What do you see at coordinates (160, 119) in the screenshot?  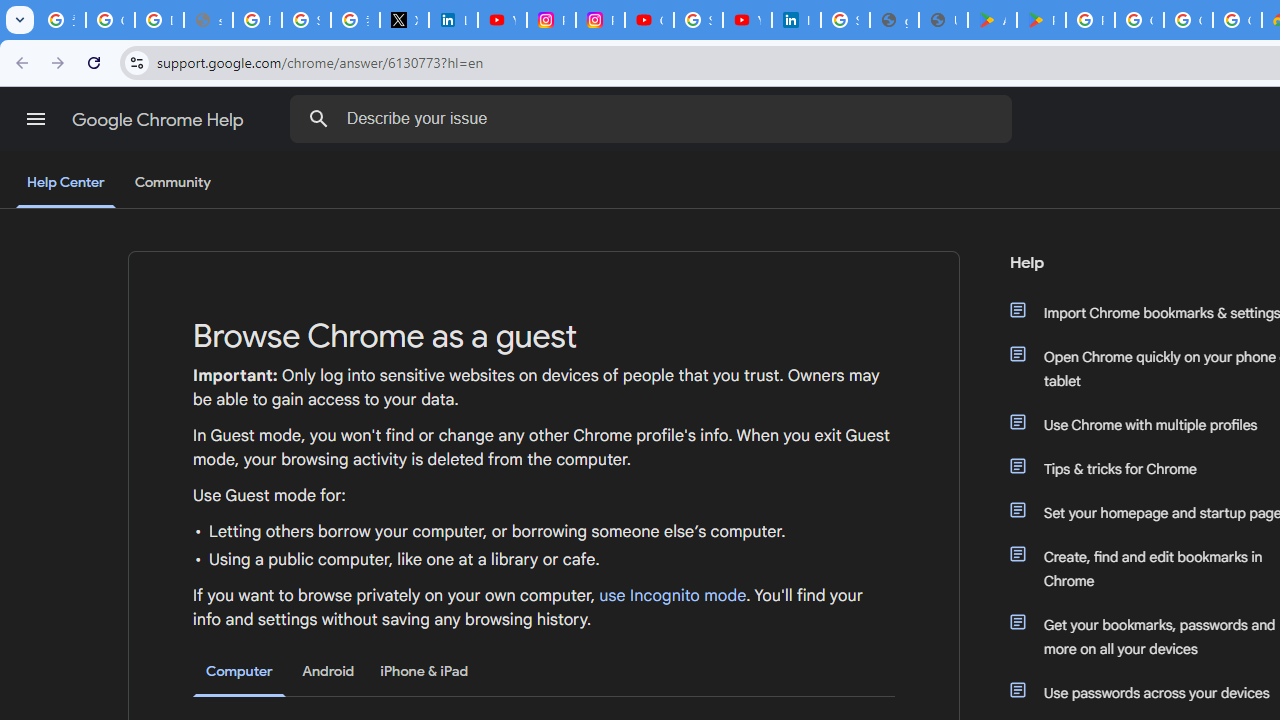 I see `'Google Chrome Help'` at bounding box center [160, 119].